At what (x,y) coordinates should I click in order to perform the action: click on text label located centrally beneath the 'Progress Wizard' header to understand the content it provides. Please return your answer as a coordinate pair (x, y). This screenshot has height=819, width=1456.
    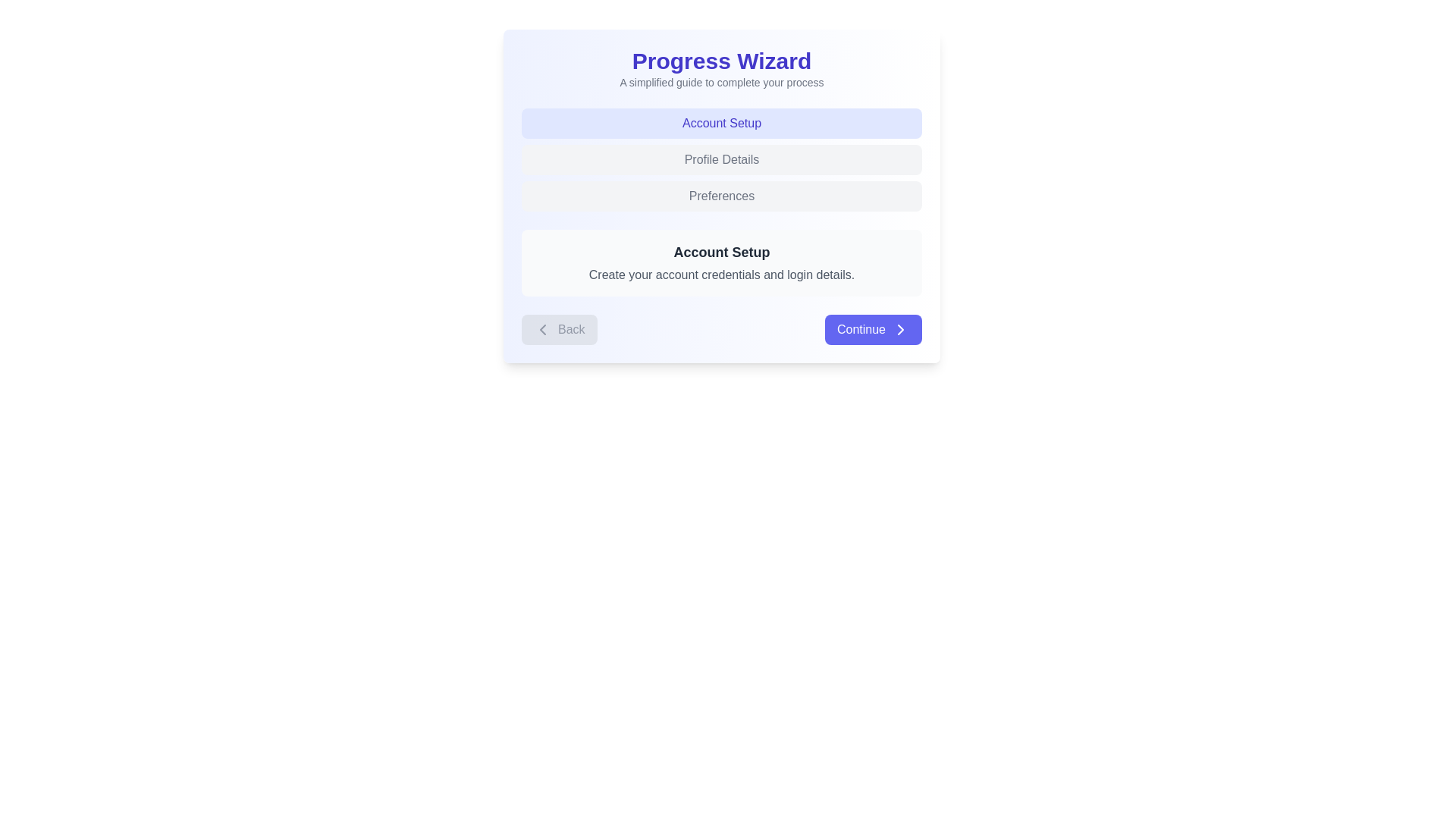
    Looking at the image, I should click on (720, 82).